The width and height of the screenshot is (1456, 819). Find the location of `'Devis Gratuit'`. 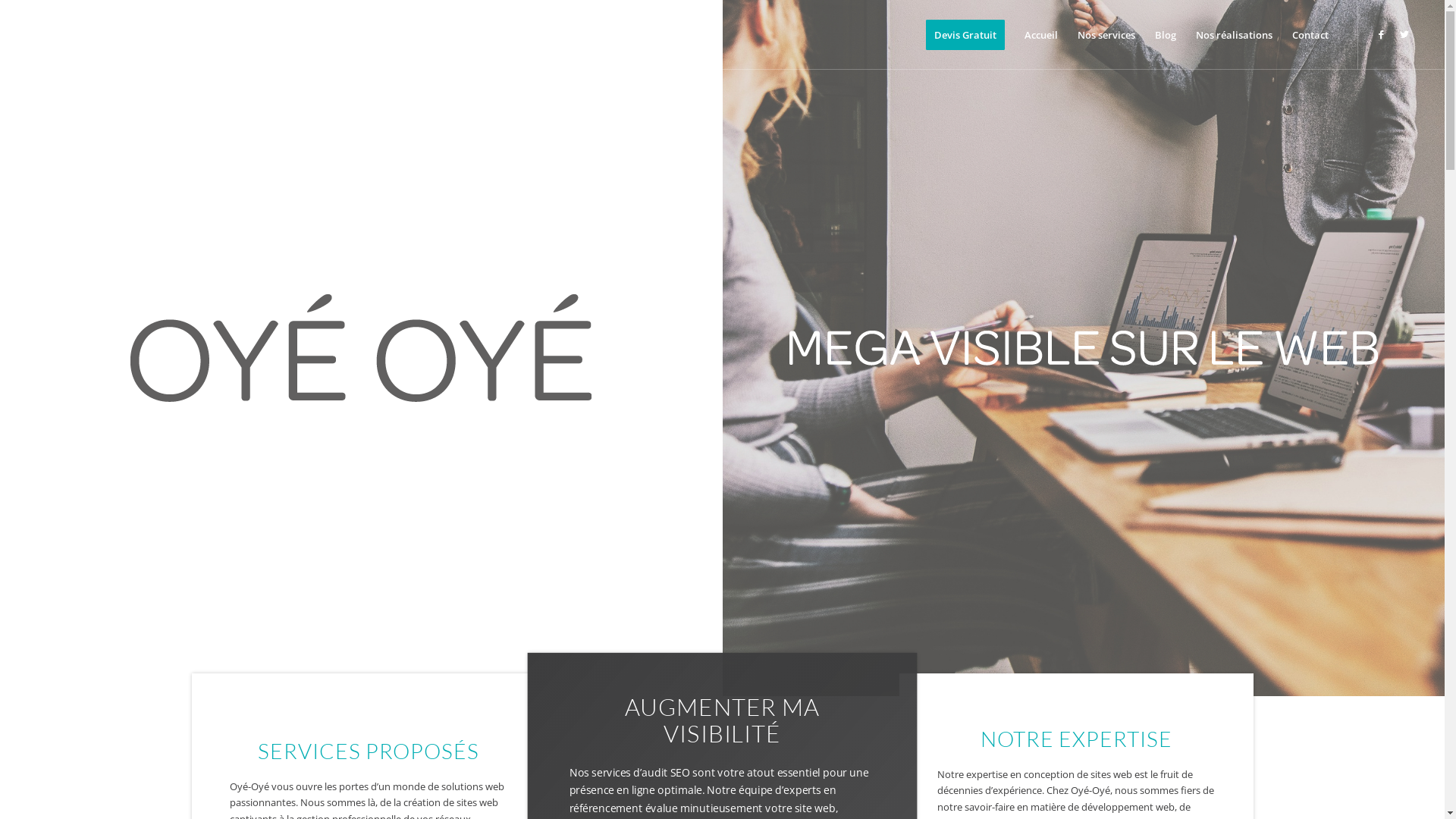

'Devis Gratuit' is located at coordinates (964, 34).